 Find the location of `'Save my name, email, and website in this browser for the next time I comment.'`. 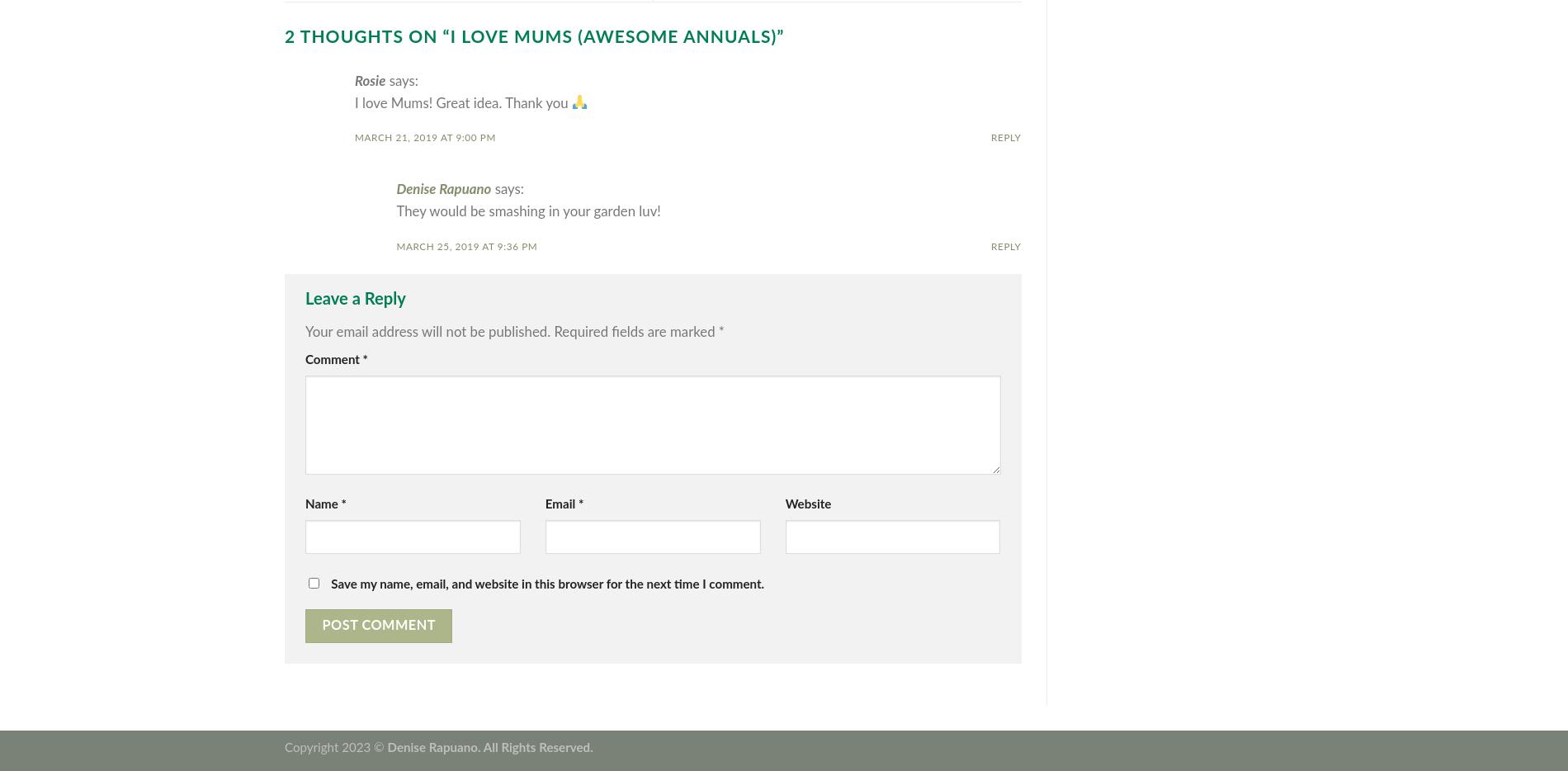

'Save my name, email, and website in this browser for the next time I comment.' is located at coordinates (547, 584).